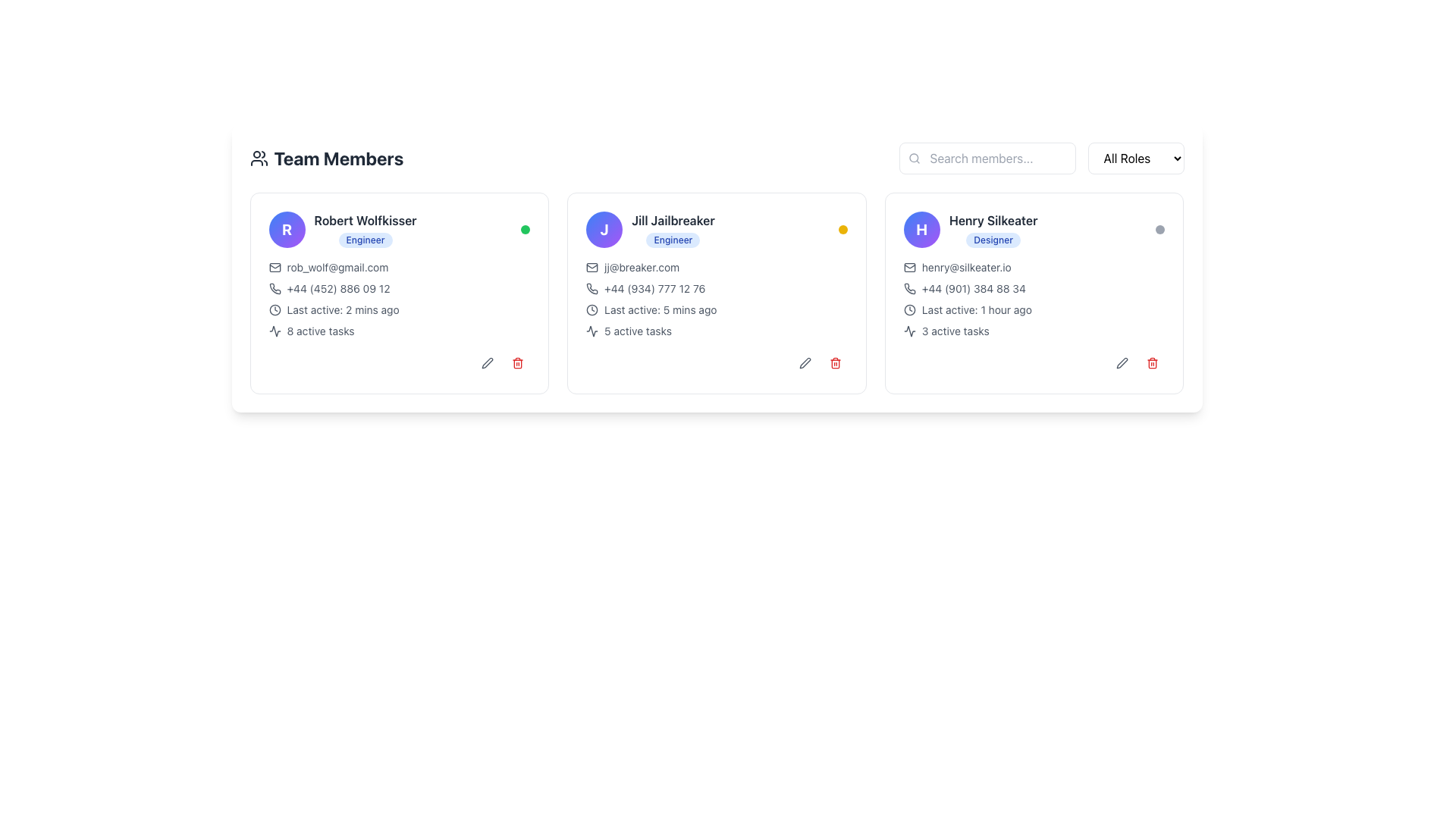 The height and width of the screenshot is (819, 1456). I want to click on the clock face icon located within the 'Jill Jailbreaker' card, which is to the left of the text 'Last active: 5 mins ago.', so click(591, 309).